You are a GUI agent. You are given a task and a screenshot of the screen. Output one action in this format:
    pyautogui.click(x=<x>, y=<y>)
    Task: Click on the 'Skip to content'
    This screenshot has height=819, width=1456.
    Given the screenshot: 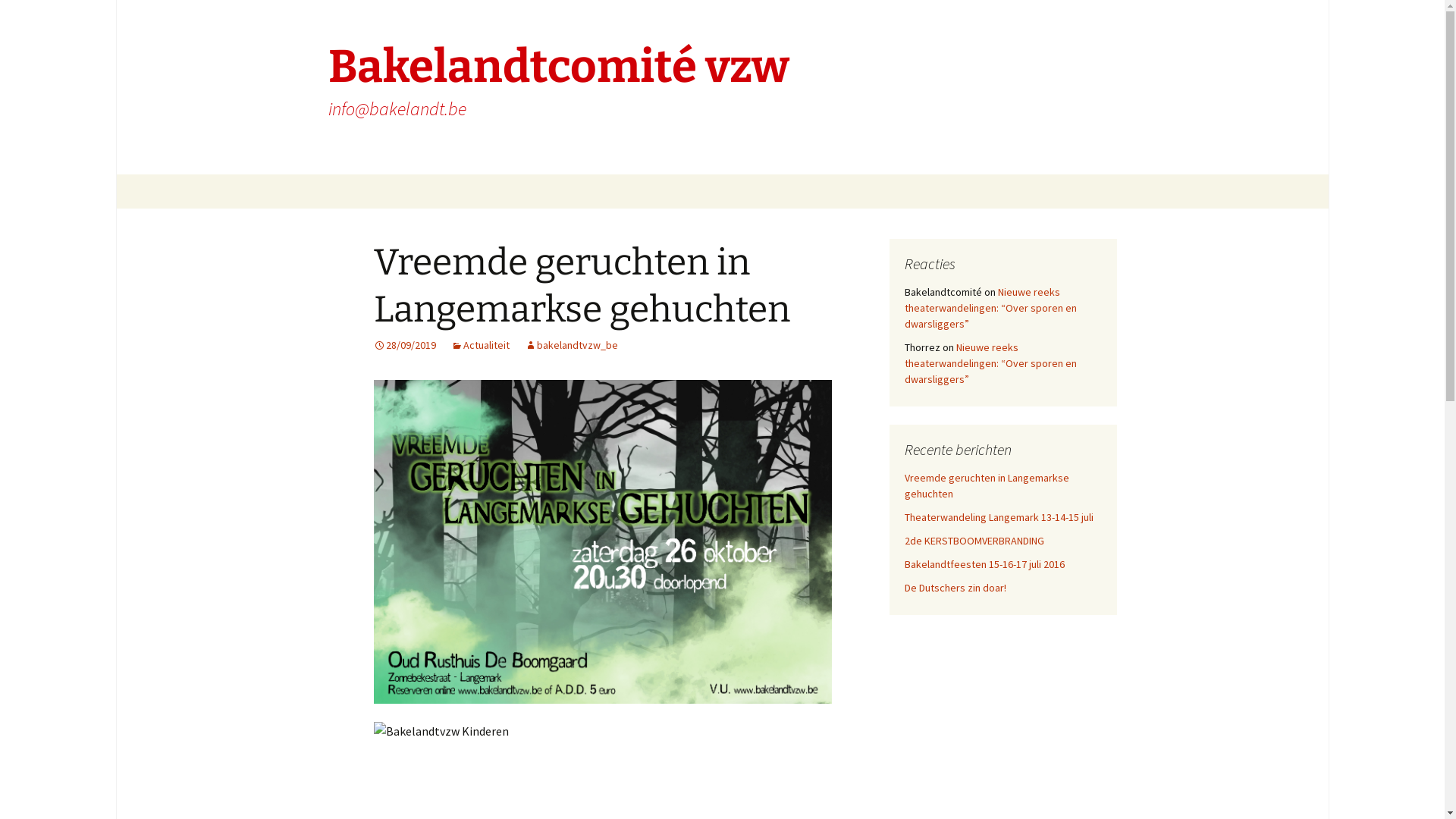 What is the action you would take?
    pyautogui.click(x=352, y=183)
    